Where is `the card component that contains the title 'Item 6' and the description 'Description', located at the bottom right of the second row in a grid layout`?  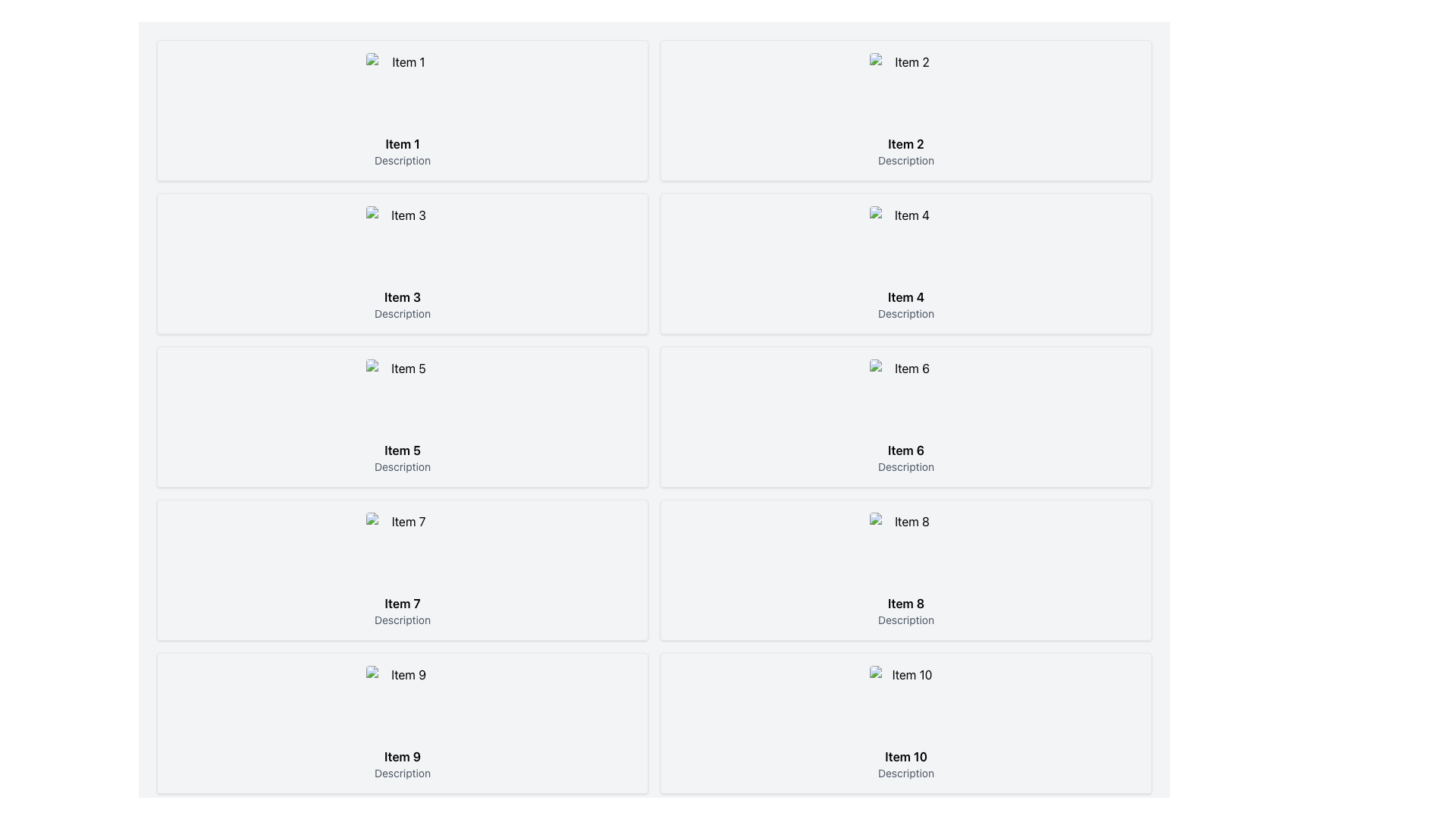
the card component that contains the title 'Item 6' and the description 'Description', located at the bottom right of the second row in a grid layout is located at coordinates (906, 417).